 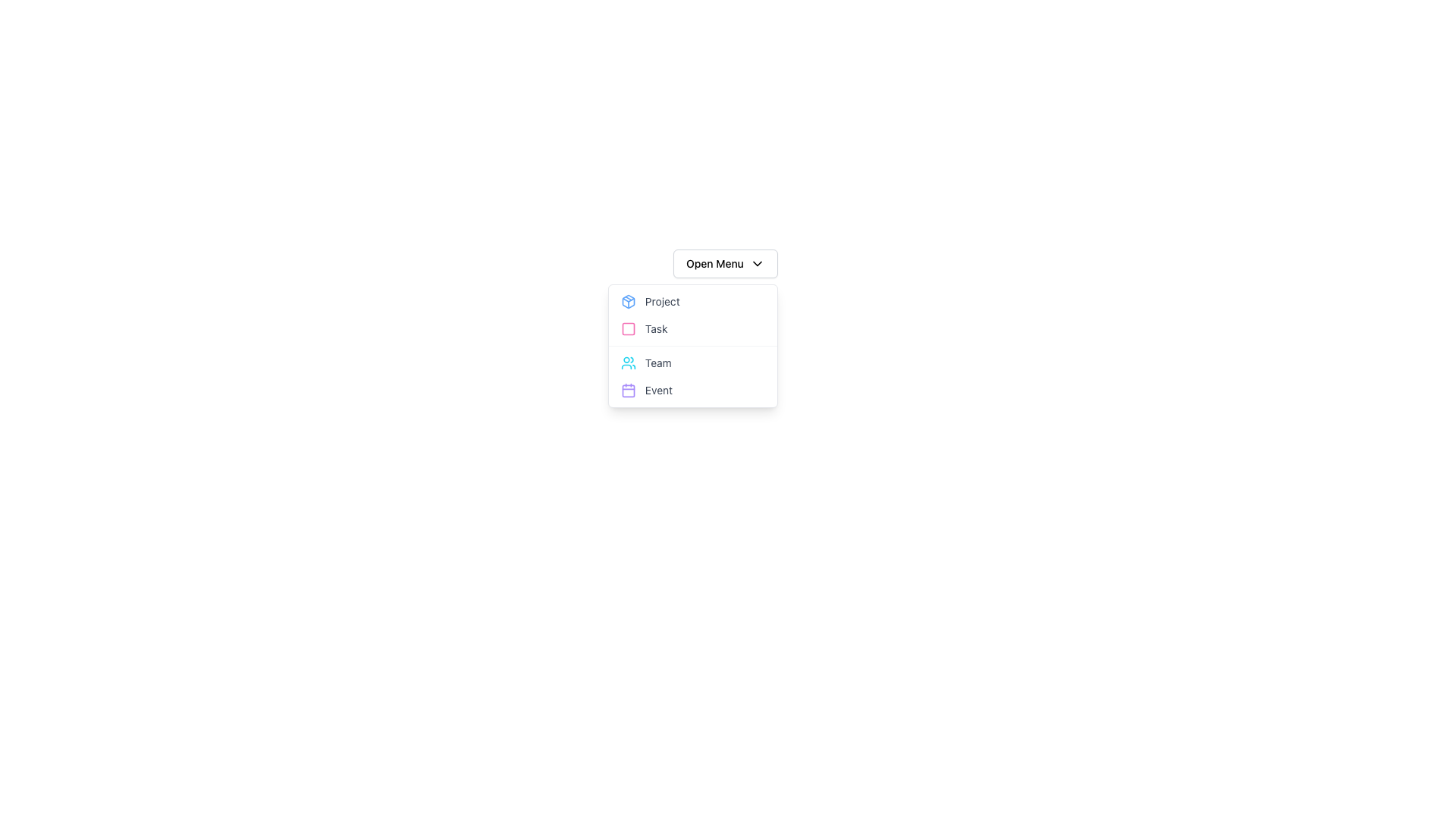 I want to click on the second option in the dropdown menu, which is linked to a 'Task' related operation, so click(x=692, y=328).